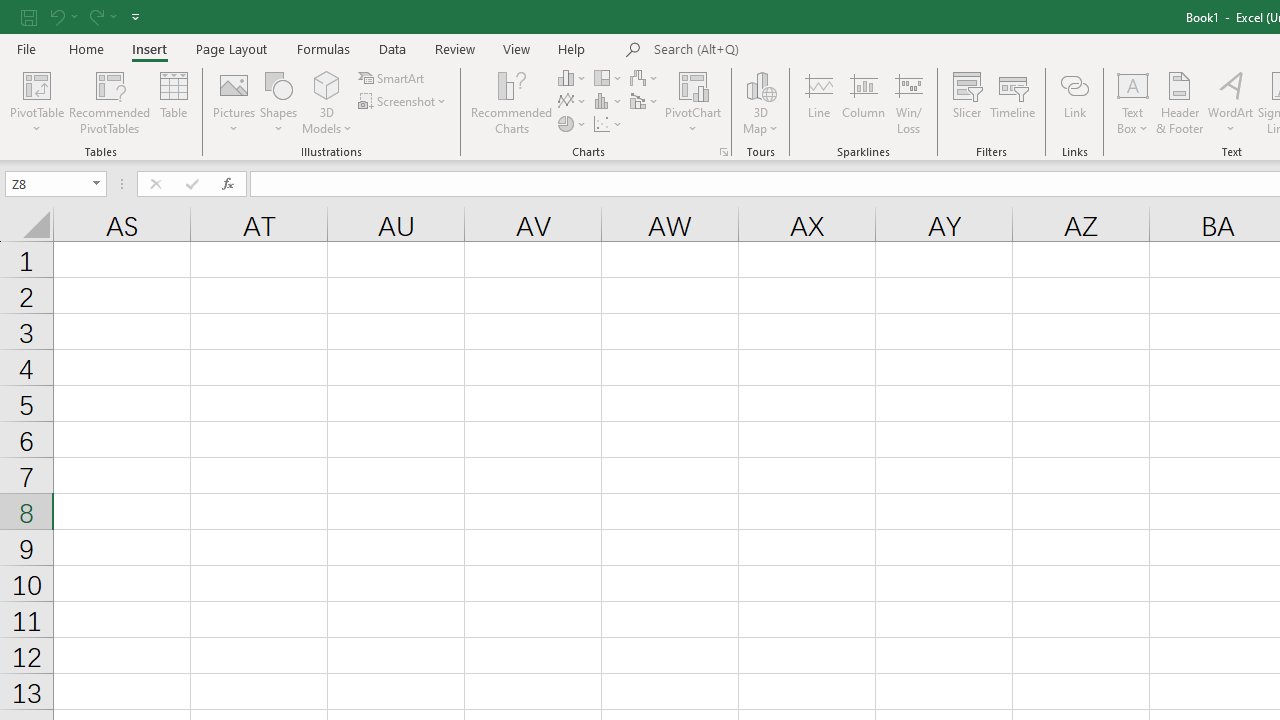 The image size is (1280, 720). I want to click on 'Insert Column or Bar Chart', so click(572, 77).